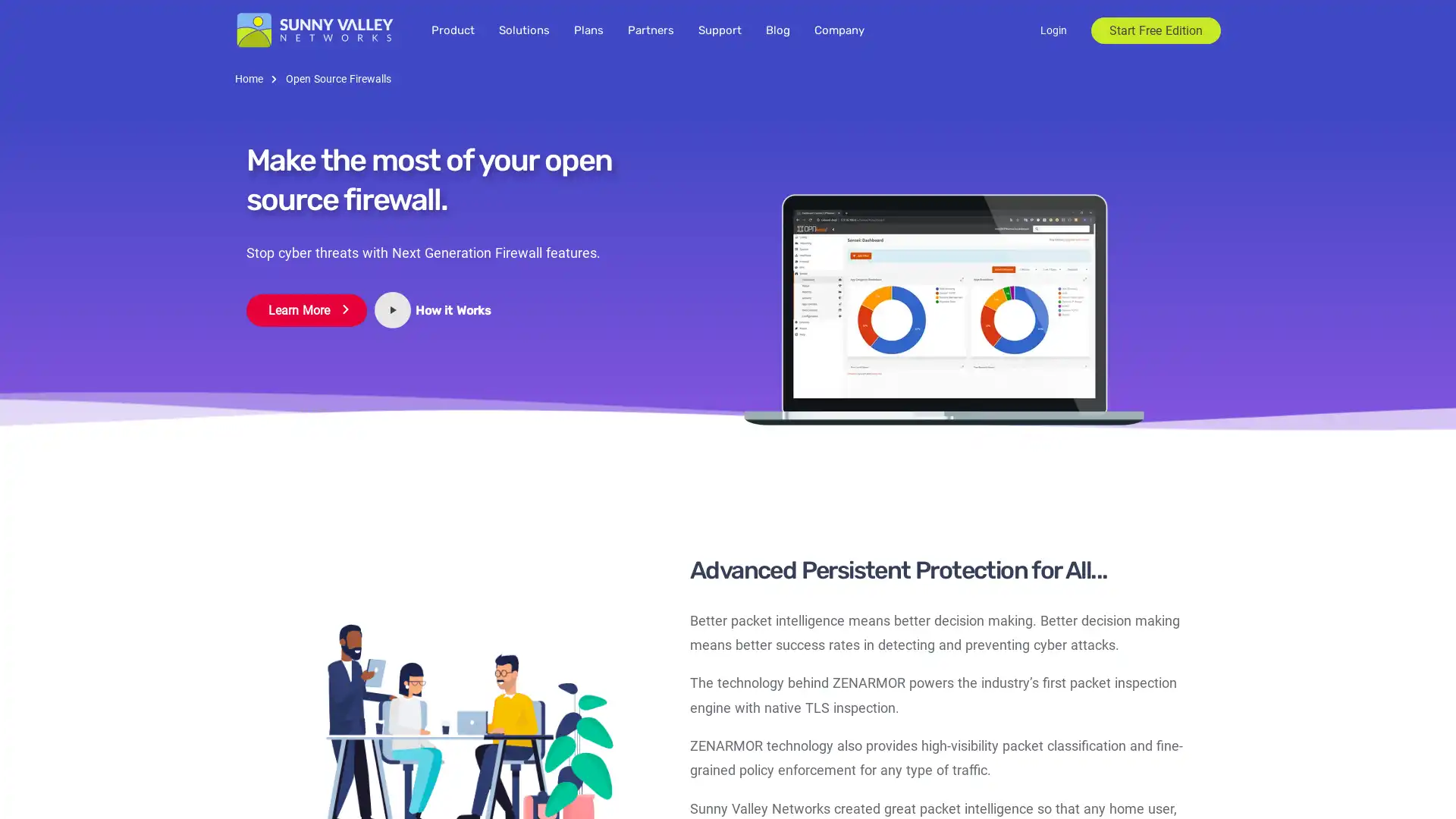 The height and width of the screenshot is (819, 1456). Describe the element at coordinates (306, 309) in the screenshot. I see `Learn More` at that location.